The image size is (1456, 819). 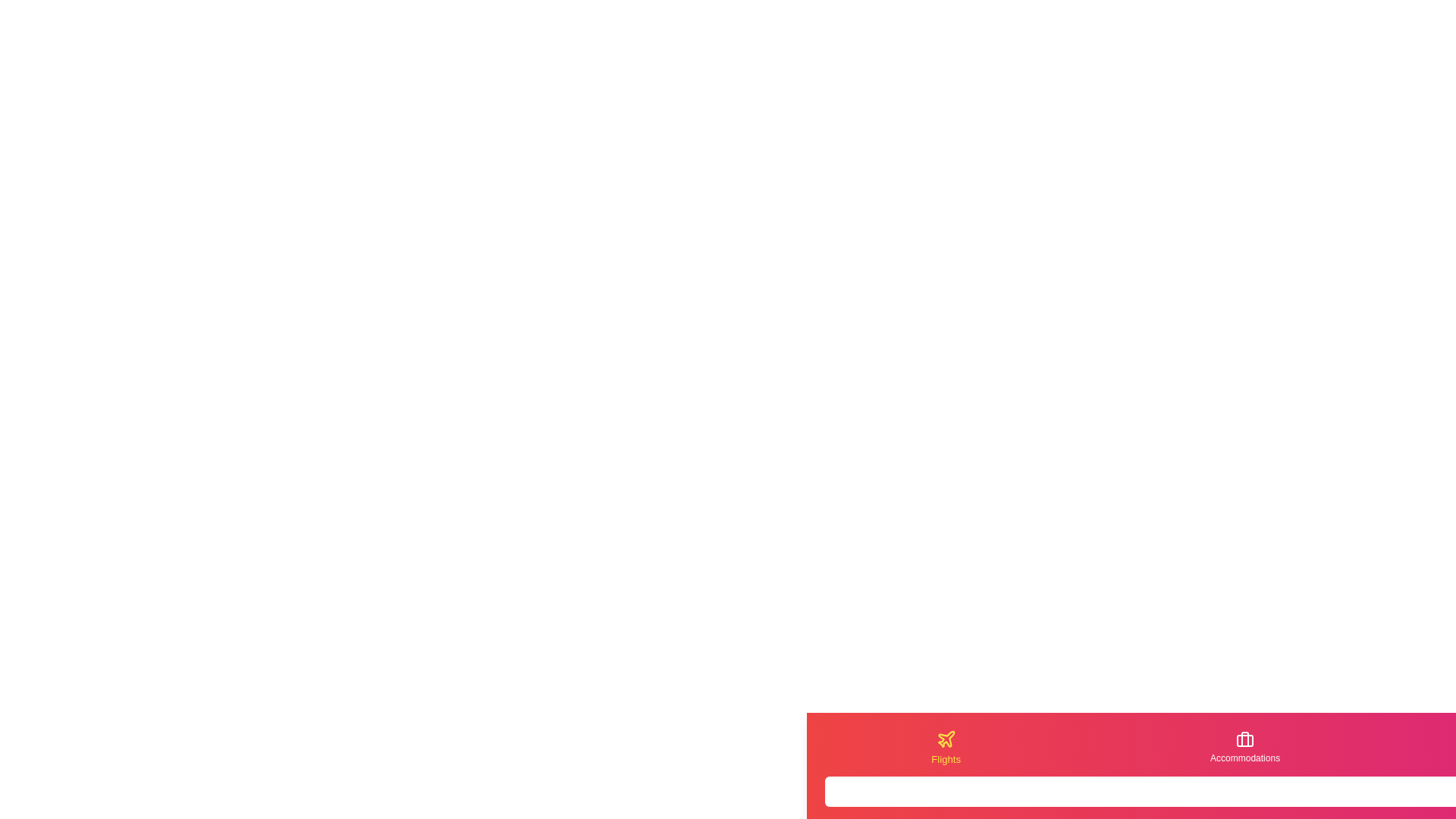 I want to click on the tab labeled 'Flights' to observe the hover effect, so click(x=945, y=747).